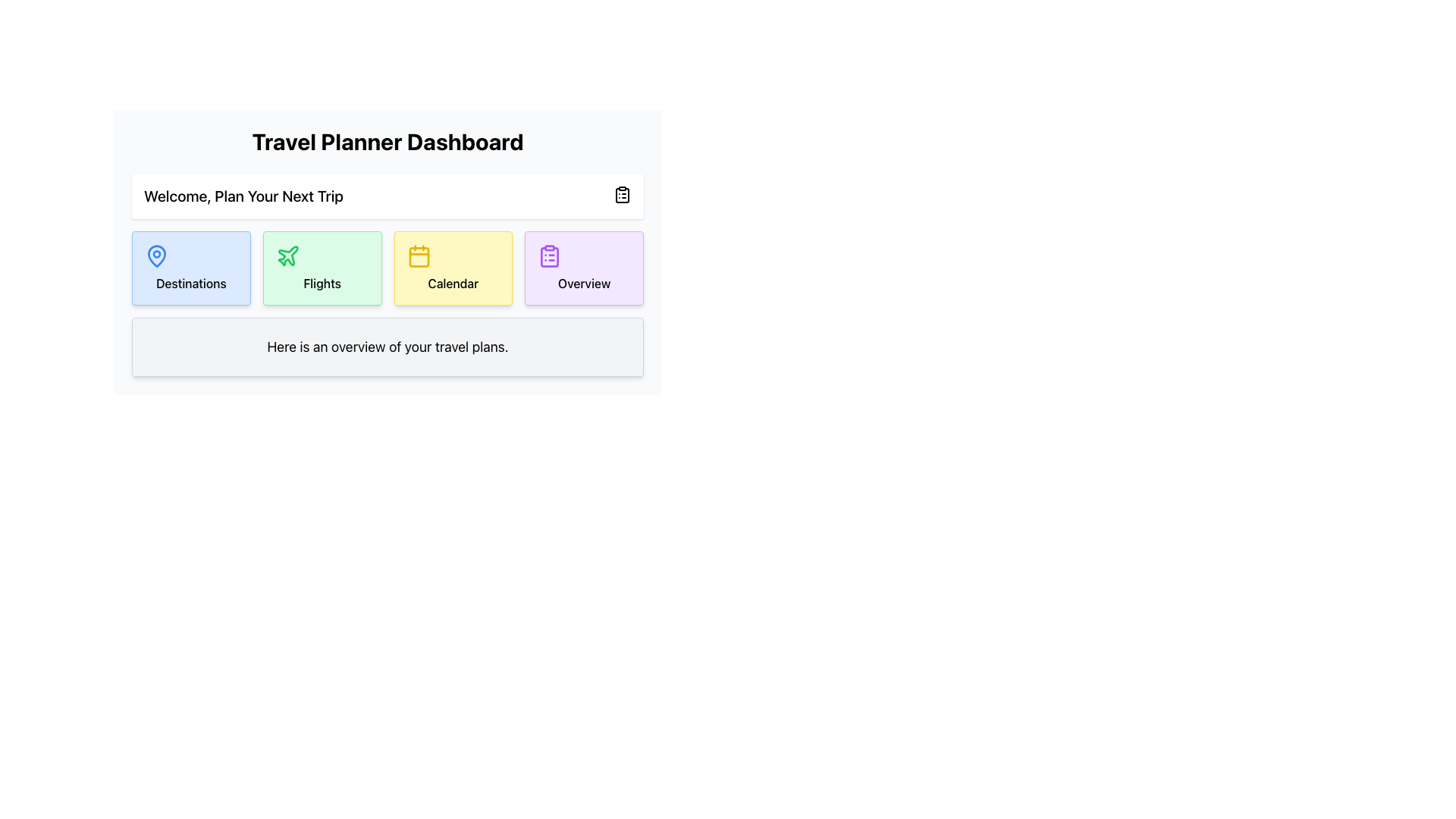 This screenshot has width=1456, height=819. Describe the element at coordinates (388, 275) in the screenshot. I see `any option in the Grid Layout Component located centrally beneath the title 'Welcome, Plan Your Next Trip'` at that location.